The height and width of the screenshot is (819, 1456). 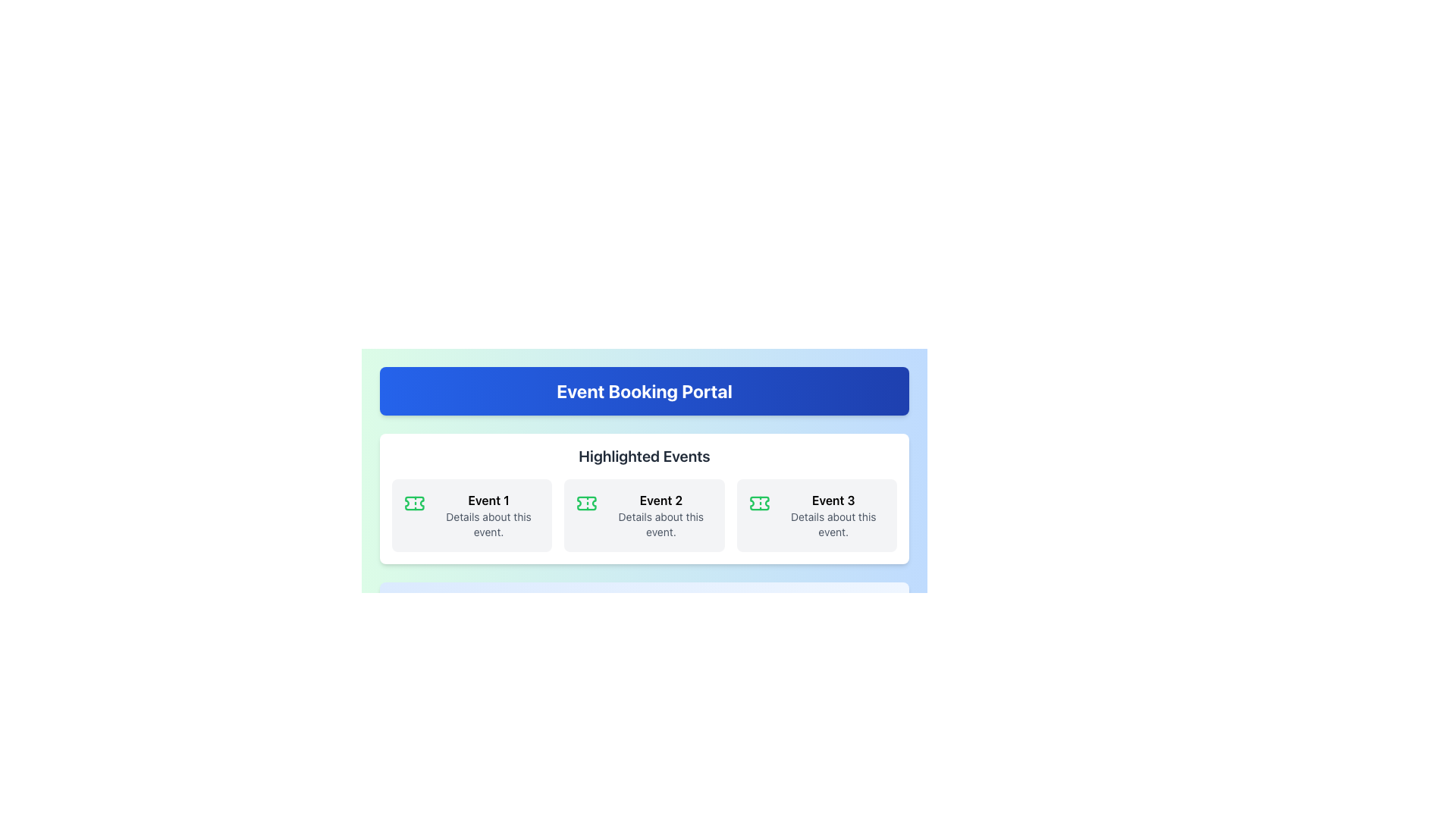 I want to click on details about the event by clicking on the text block containing 'Event 3' and its description in the third card of the 'Highlighted Events' section, so click(x=833, y=514).